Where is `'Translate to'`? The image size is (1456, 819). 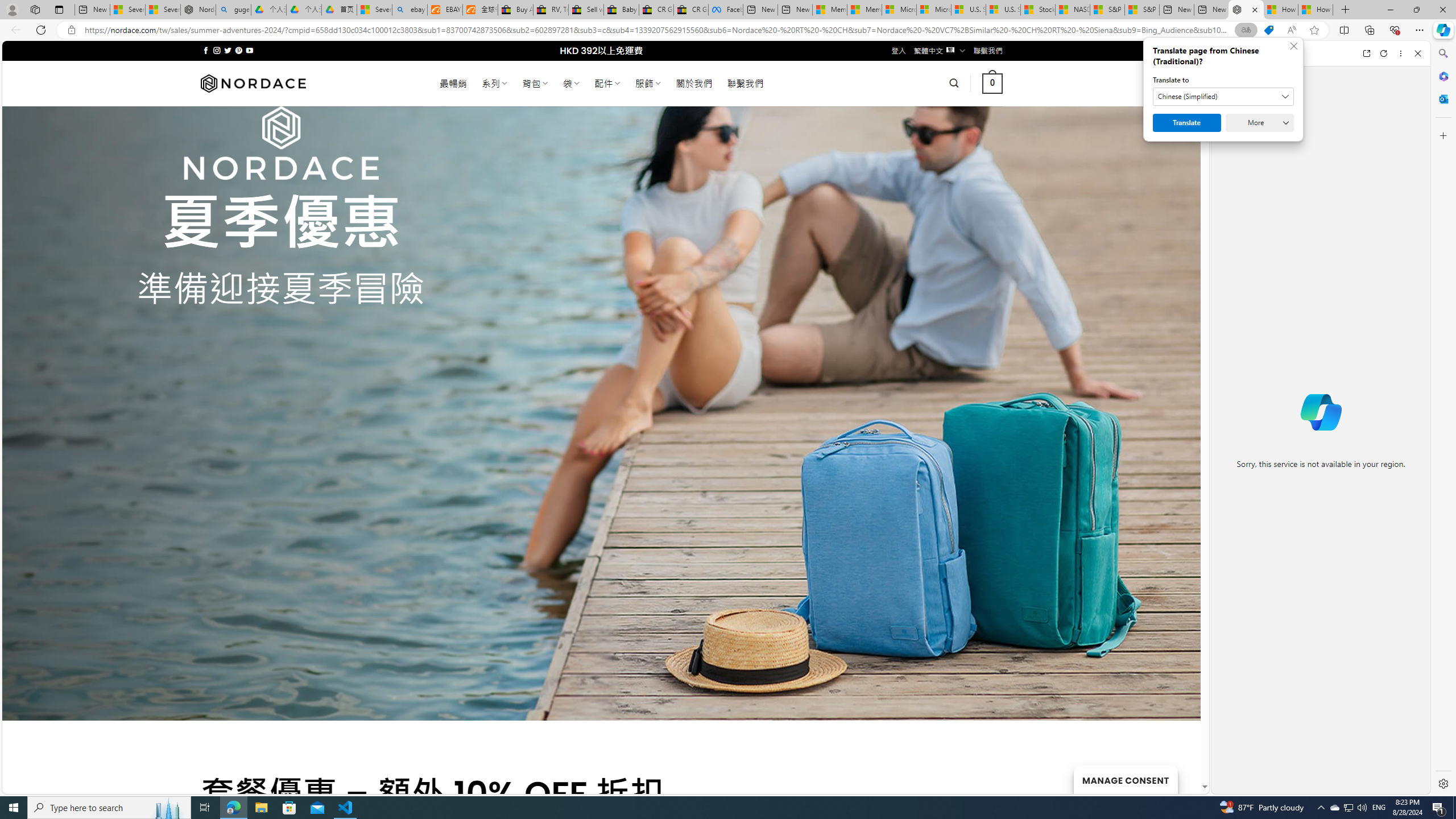 'Translate to' is located at coordinates (1223, 96).